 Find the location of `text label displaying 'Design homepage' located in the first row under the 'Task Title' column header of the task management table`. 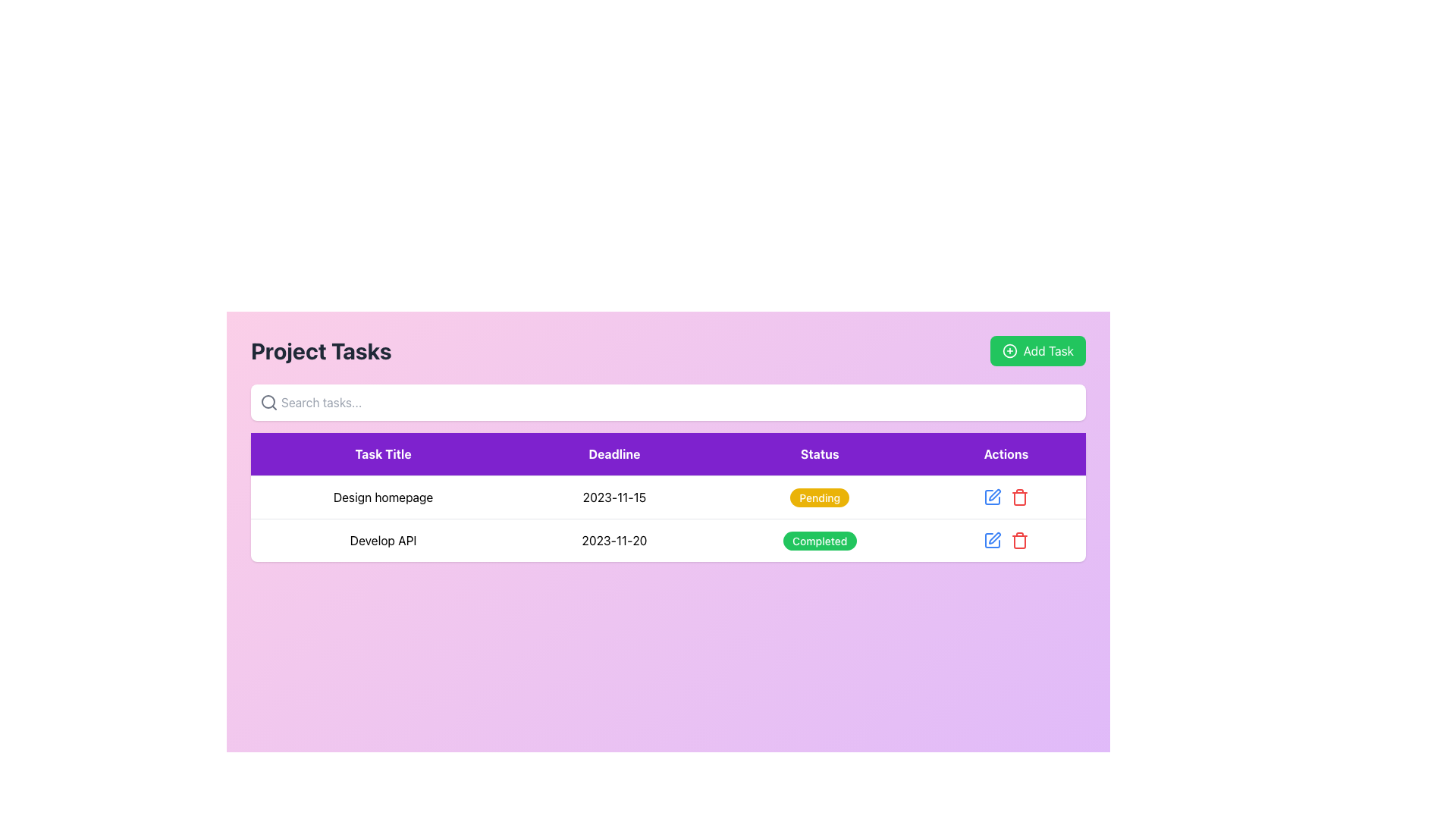

text label displaying 'Design homepage' located in the first row under the 'Task Title' column header of the task management table is located at coordinates (383, 497).